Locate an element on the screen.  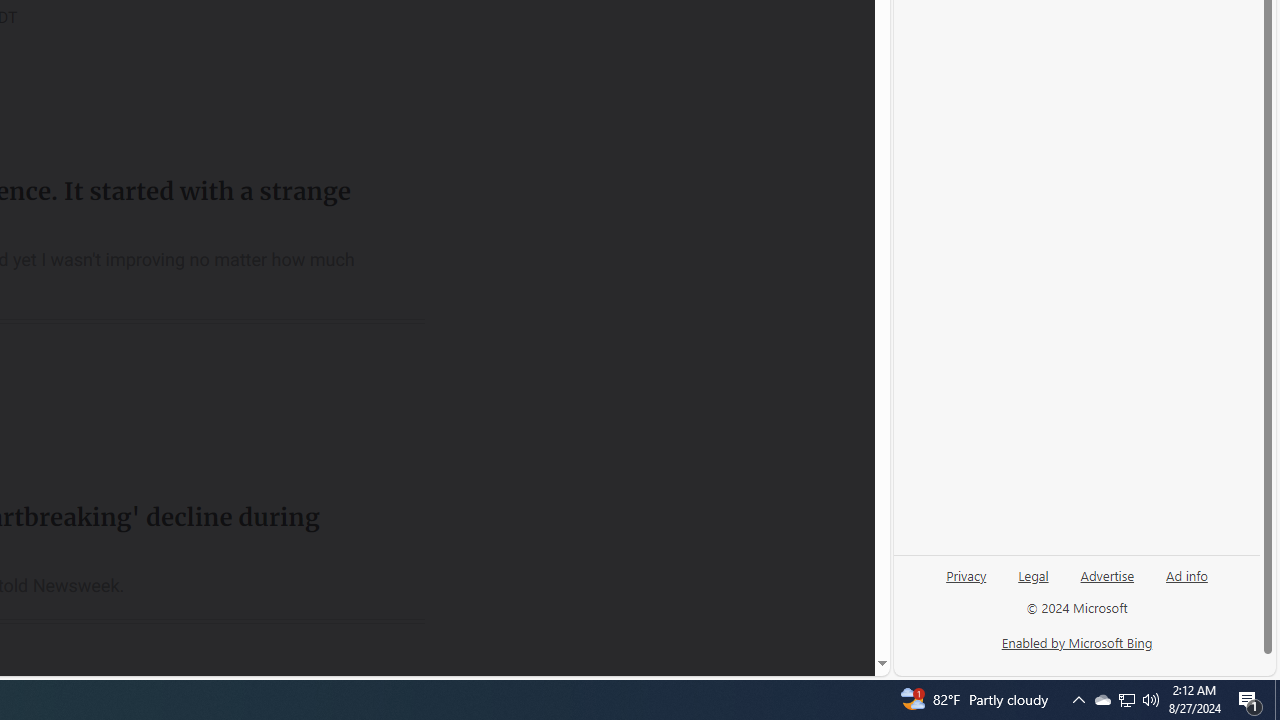
'Advertise' is located at coordinates (1106, 583).